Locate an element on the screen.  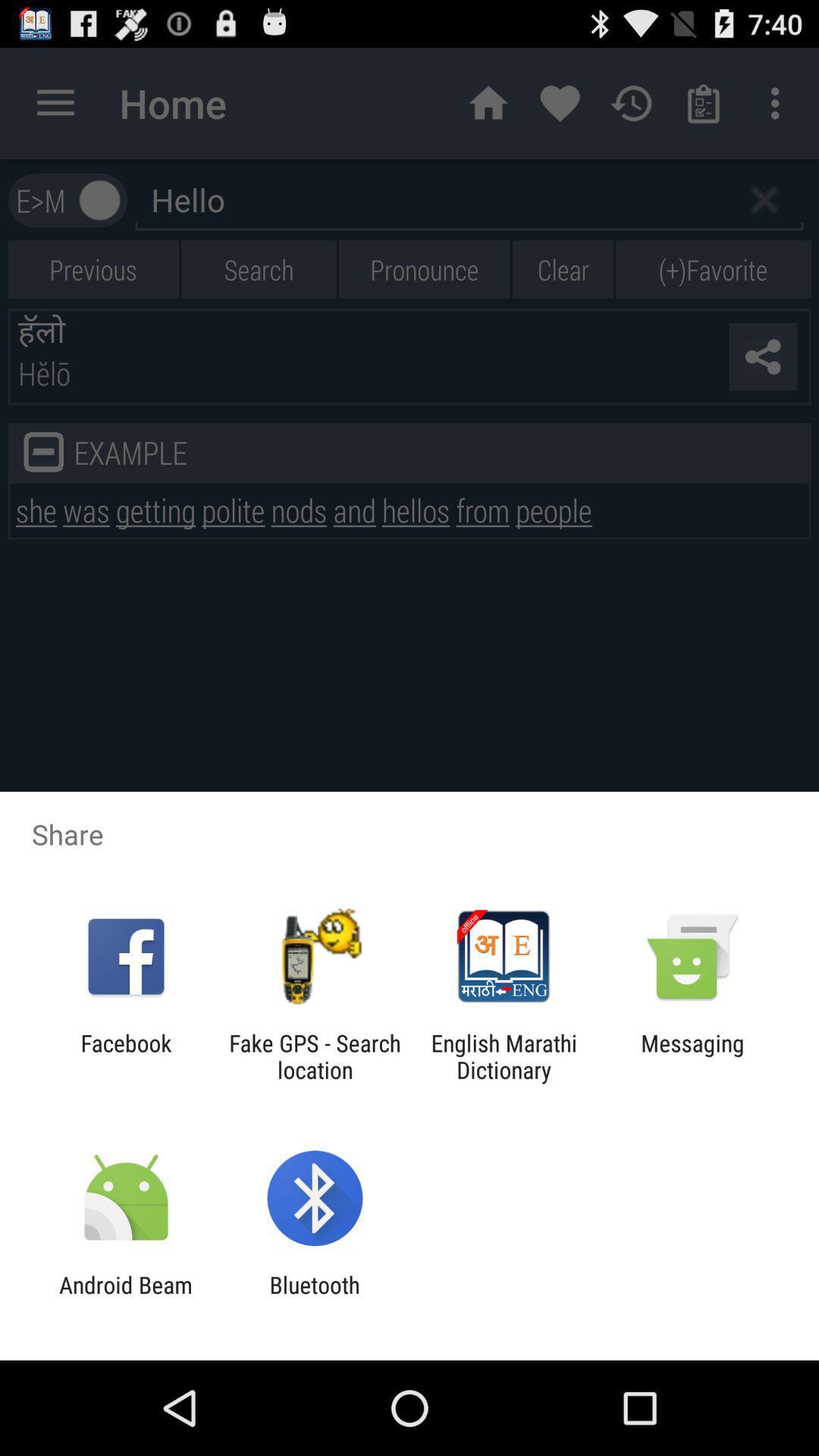
icon to the left of english marathi dictionary item is located at coordinates (314, 1056).